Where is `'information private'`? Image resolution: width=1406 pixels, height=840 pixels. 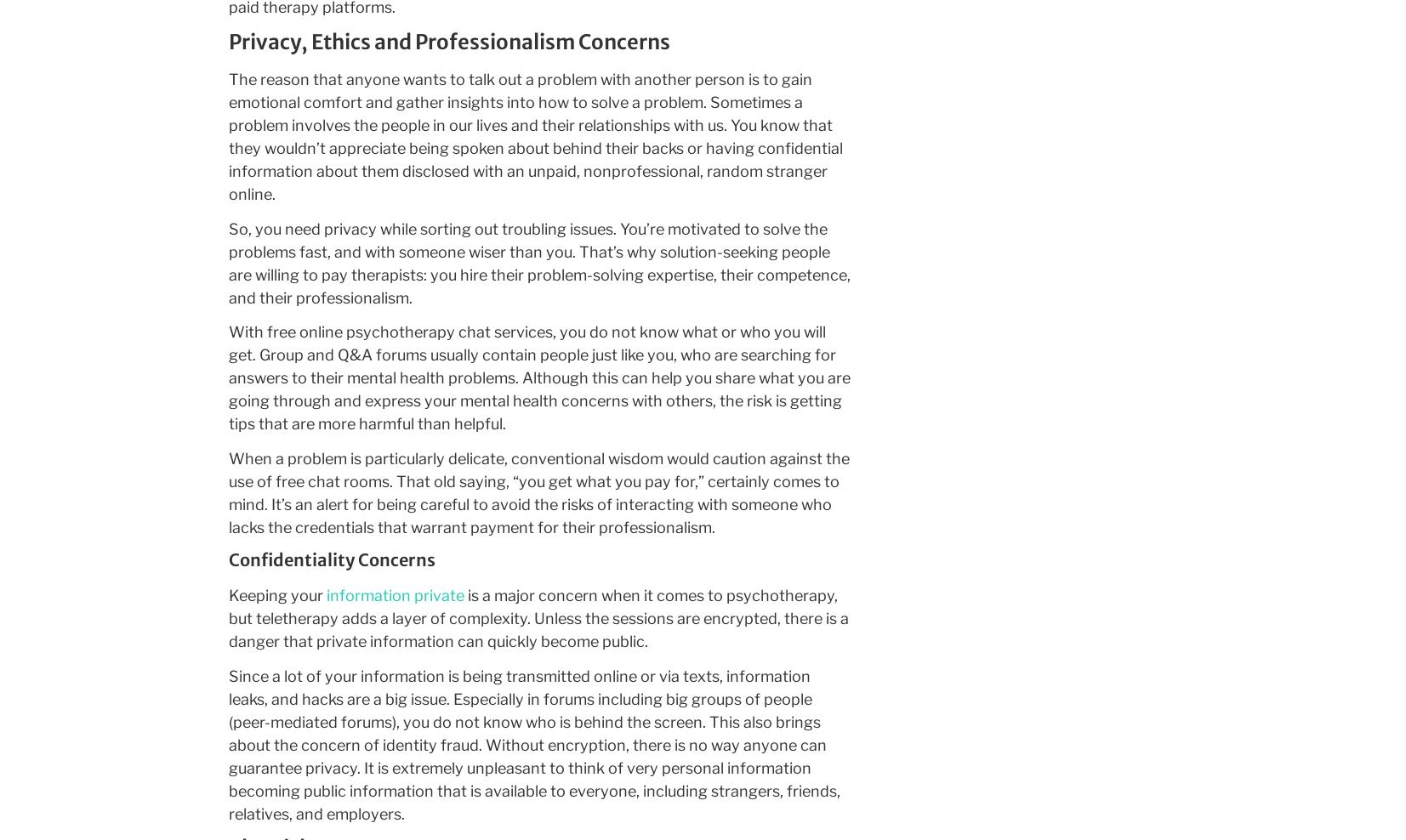
'information private' is located at coordinates (393, 595).